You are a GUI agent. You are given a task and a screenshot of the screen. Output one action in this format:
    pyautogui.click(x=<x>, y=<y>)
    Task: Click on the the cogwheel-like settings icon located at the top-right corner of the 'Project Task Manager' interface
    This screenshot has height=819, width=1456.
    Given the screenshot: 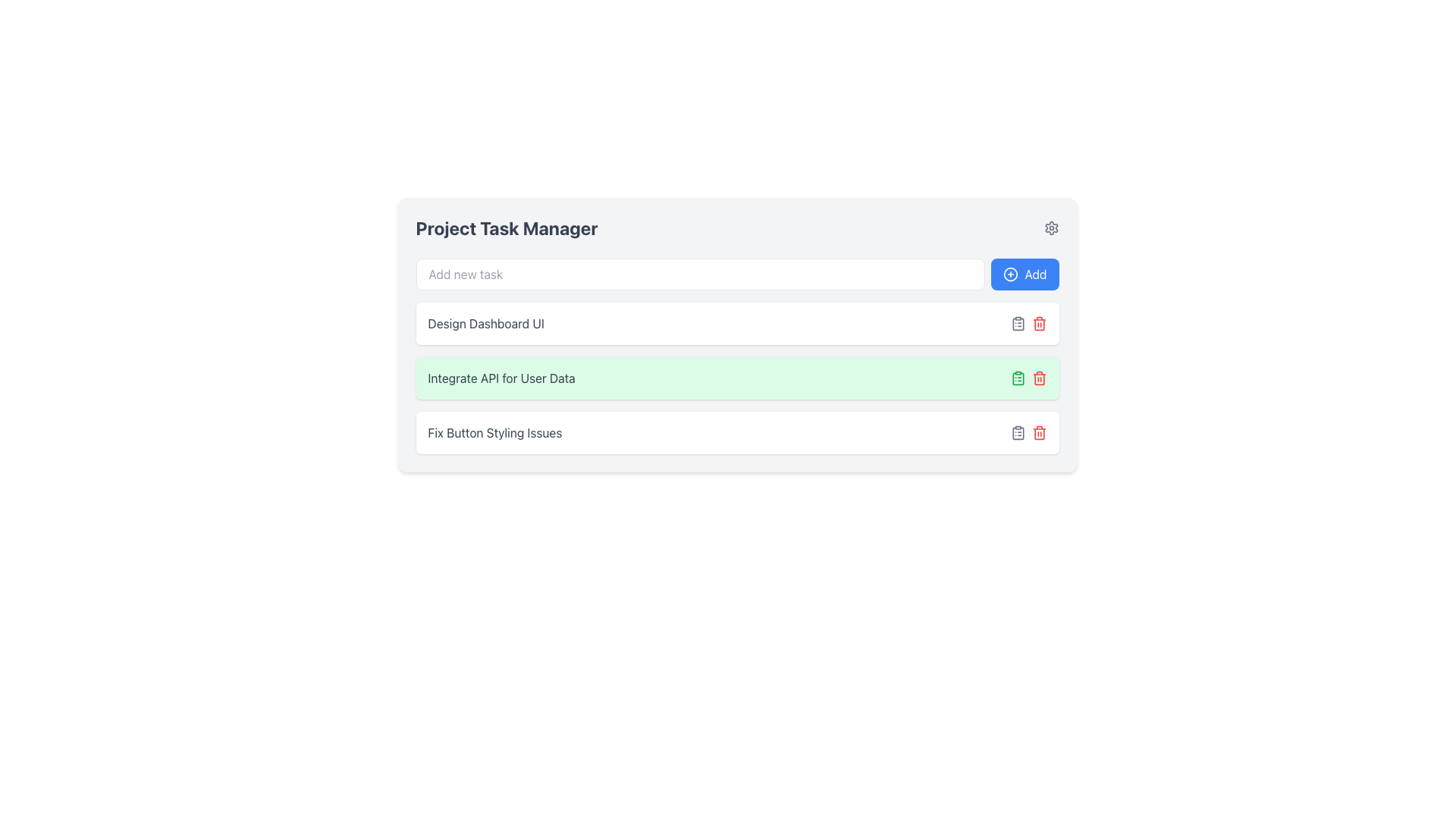 What is the action you would take?
    pyautogui.click(x=1050, y=227)
    